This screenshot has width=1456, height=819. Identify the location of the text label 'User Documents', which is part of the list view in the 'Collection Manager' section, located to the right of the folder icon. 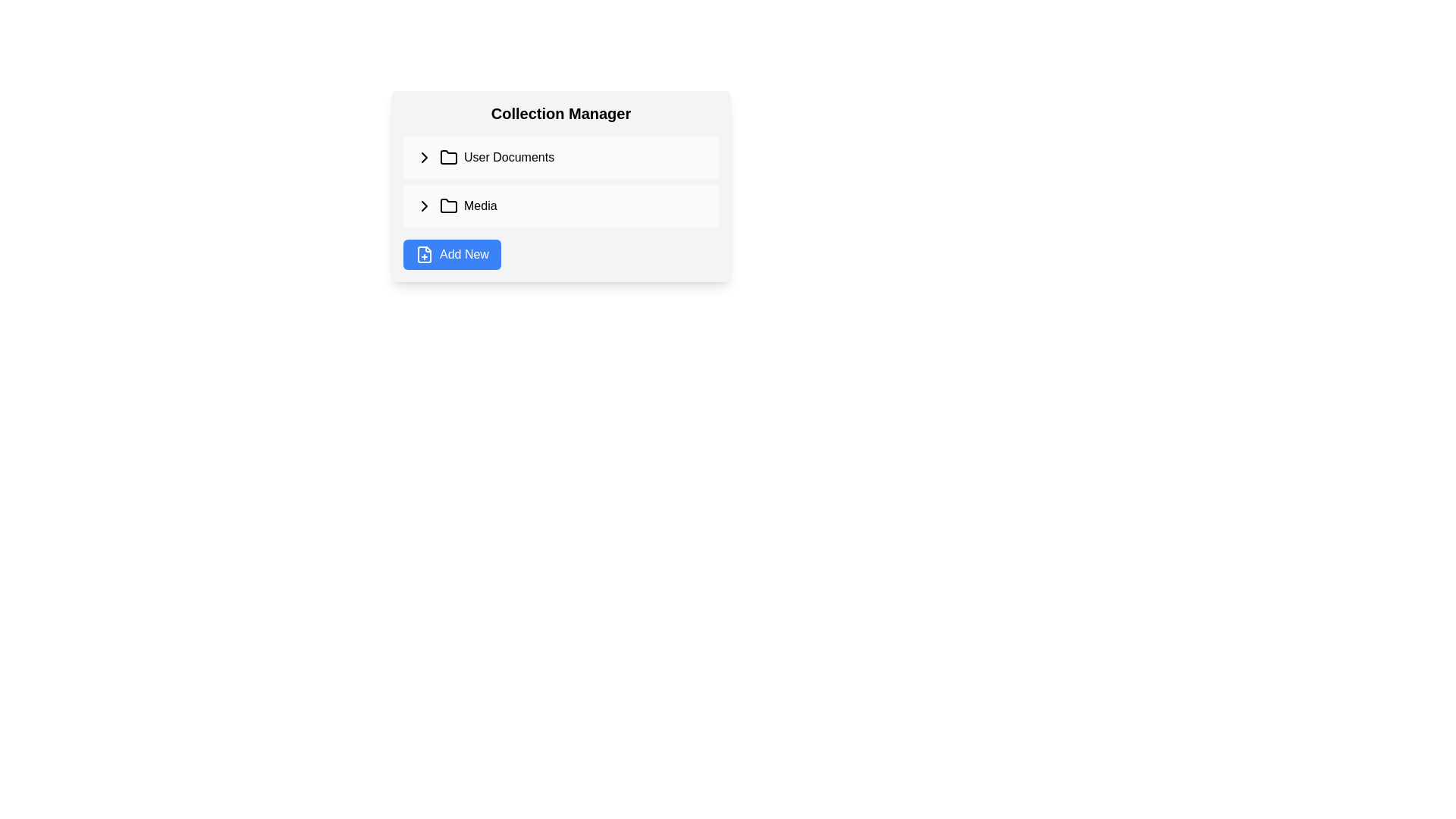
(509, 158).